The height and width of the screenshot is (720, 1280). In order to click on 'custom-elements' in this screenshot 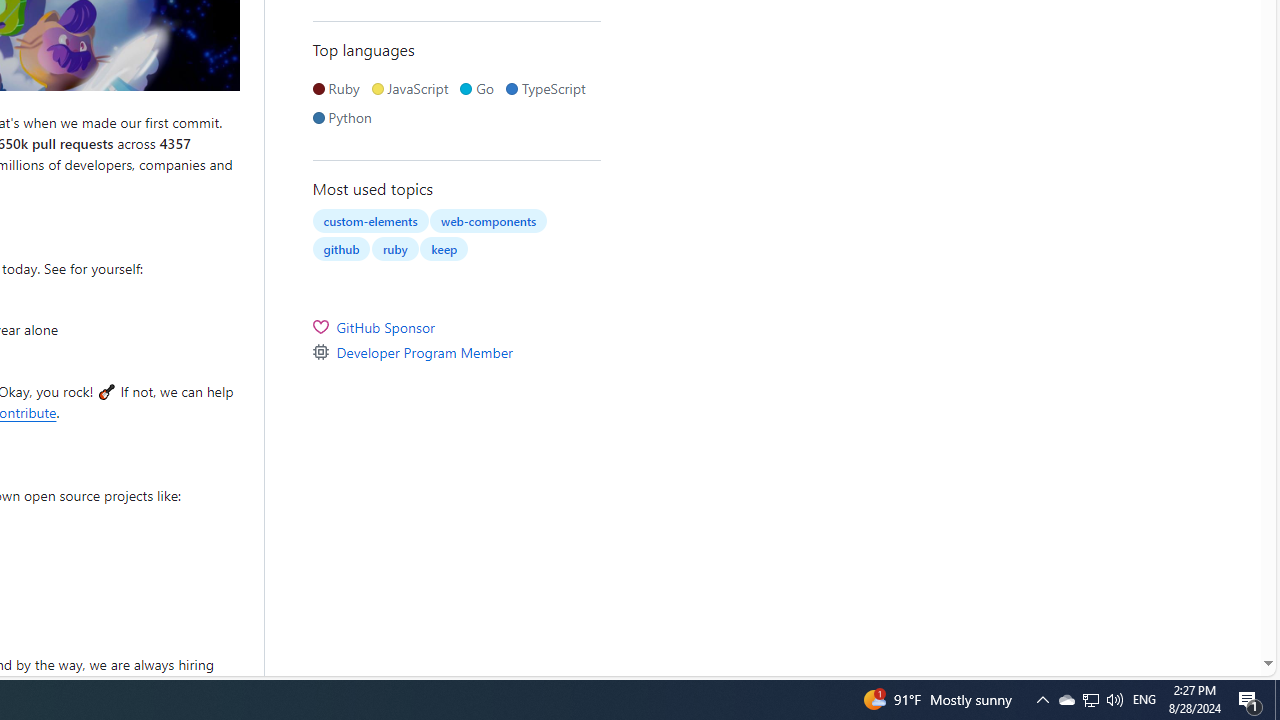, I will do `click(370, 221)`.